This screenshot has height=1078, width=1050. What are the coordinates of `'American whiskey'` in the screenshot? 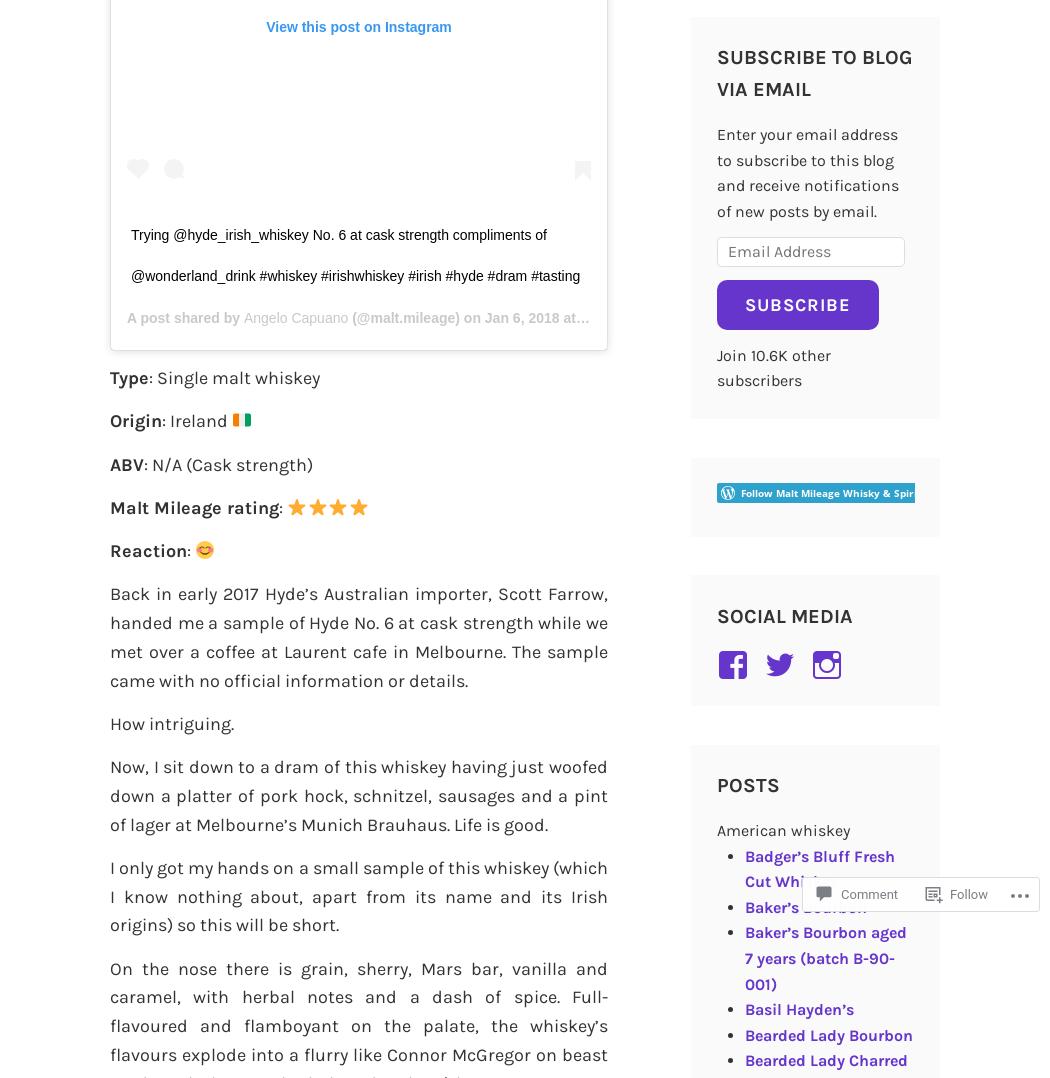 It's located at (782, 830).